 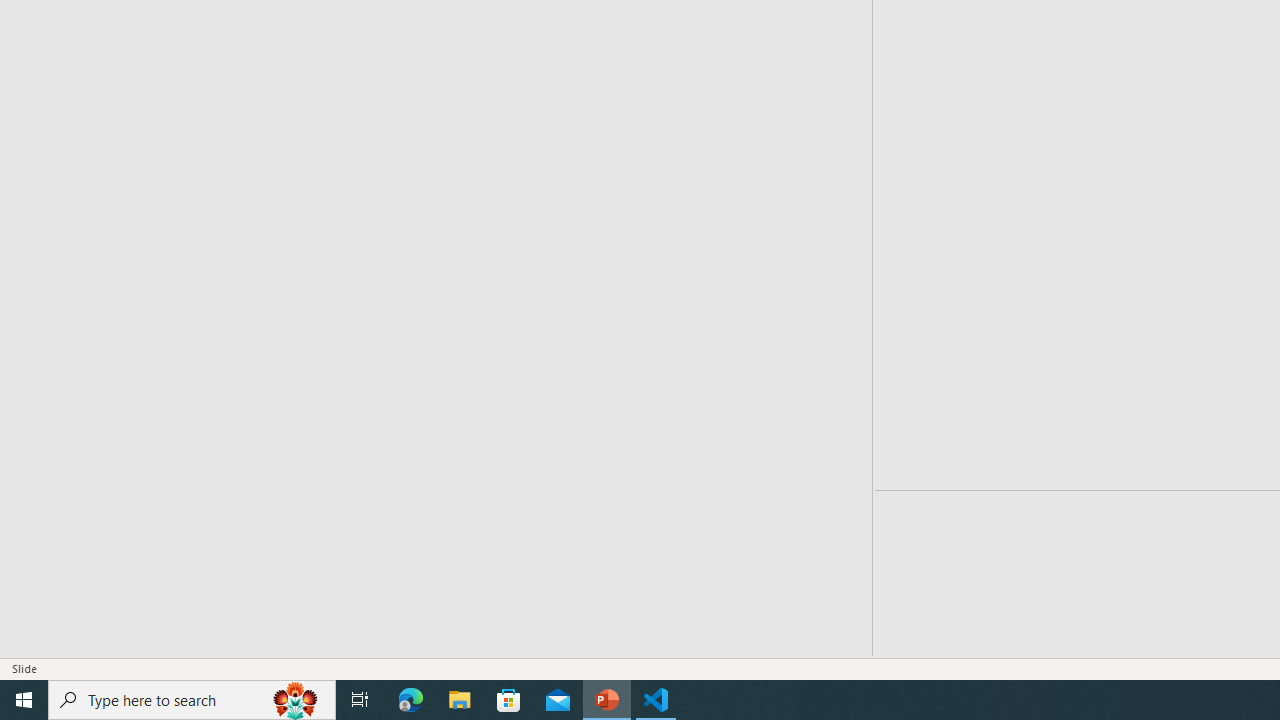 What do you see at coordinates (459, 698) in the screenshot?
I see `'File Explorer'` at bounding box center [459, 698].